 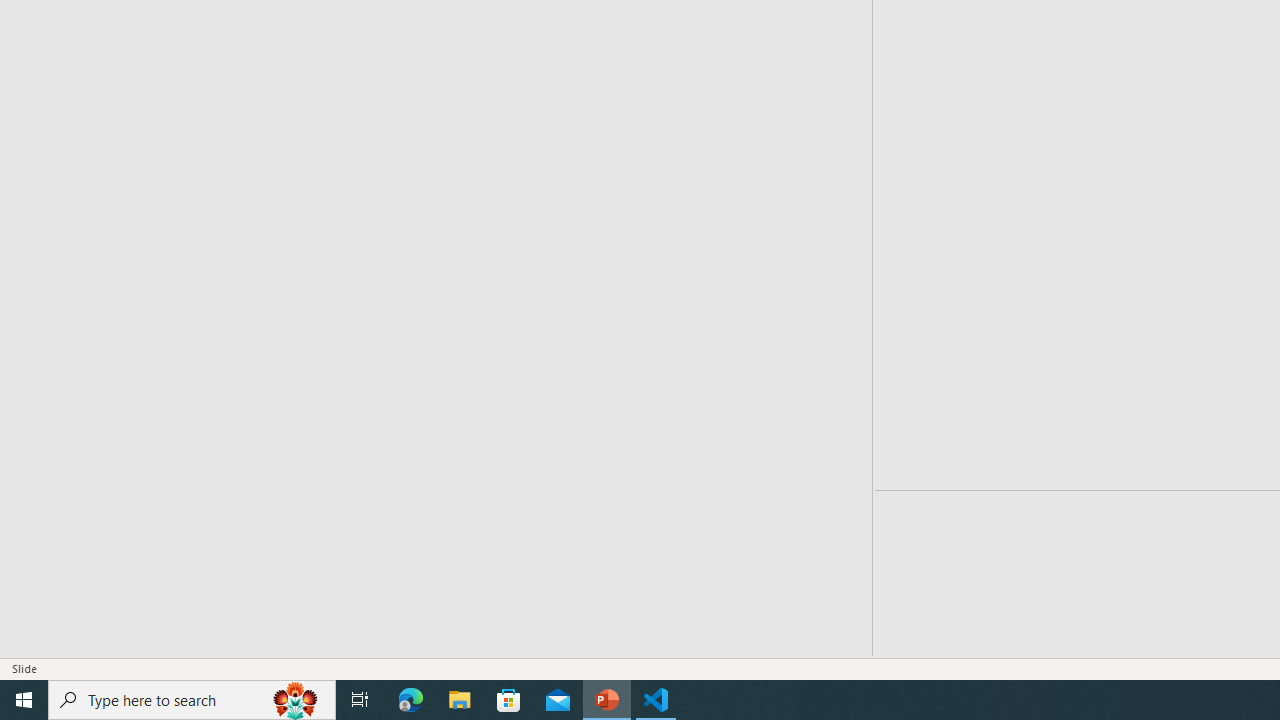 What do you see at coordinates (459, 698) in the screenshot?
I see `'File Explorer'` at bounding box center [459, 698].